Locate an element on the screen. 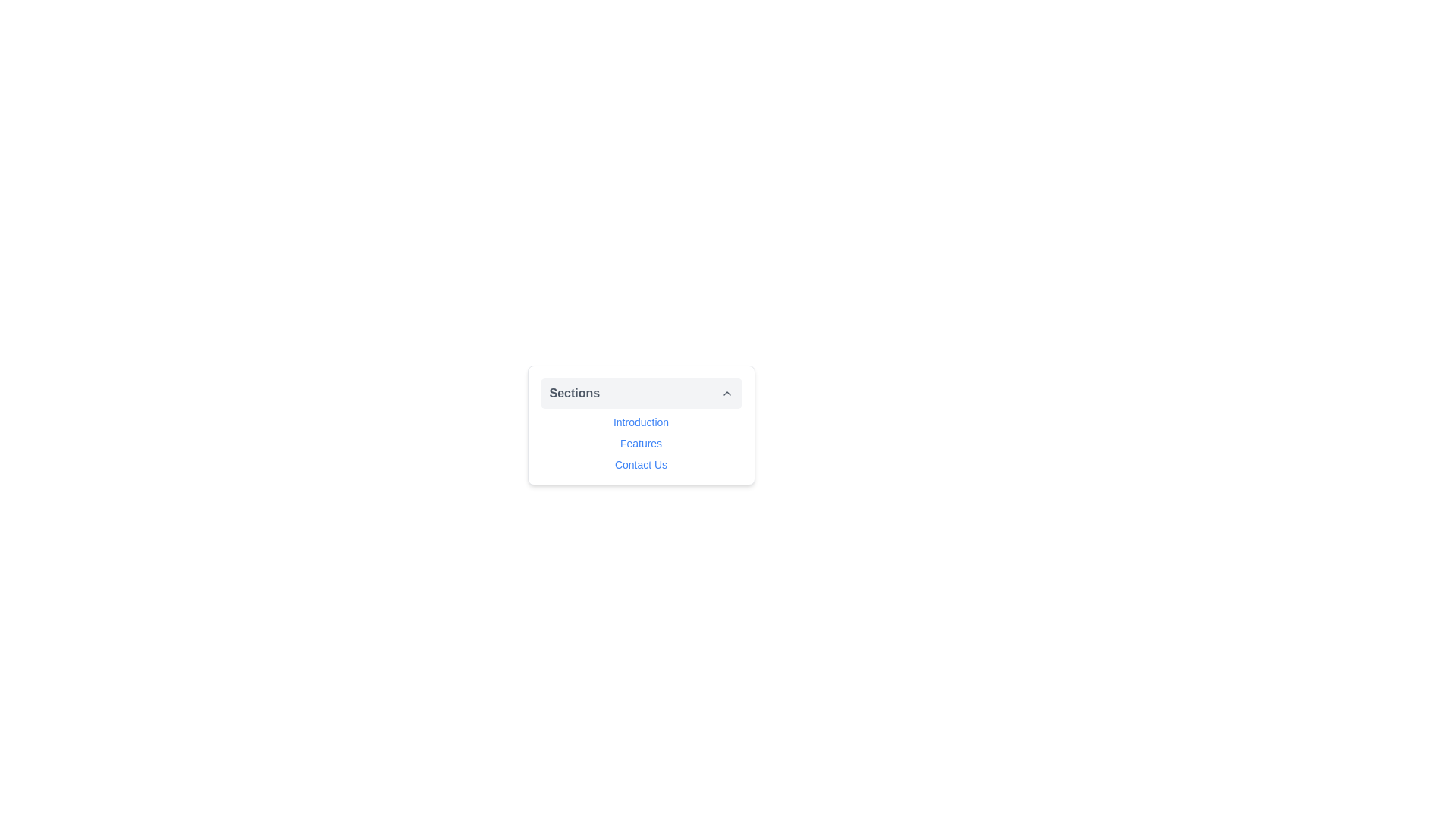  the 'Features' hyperlink in the dropdown menu labeled 'Sections' is located at coordinates (641, 444).